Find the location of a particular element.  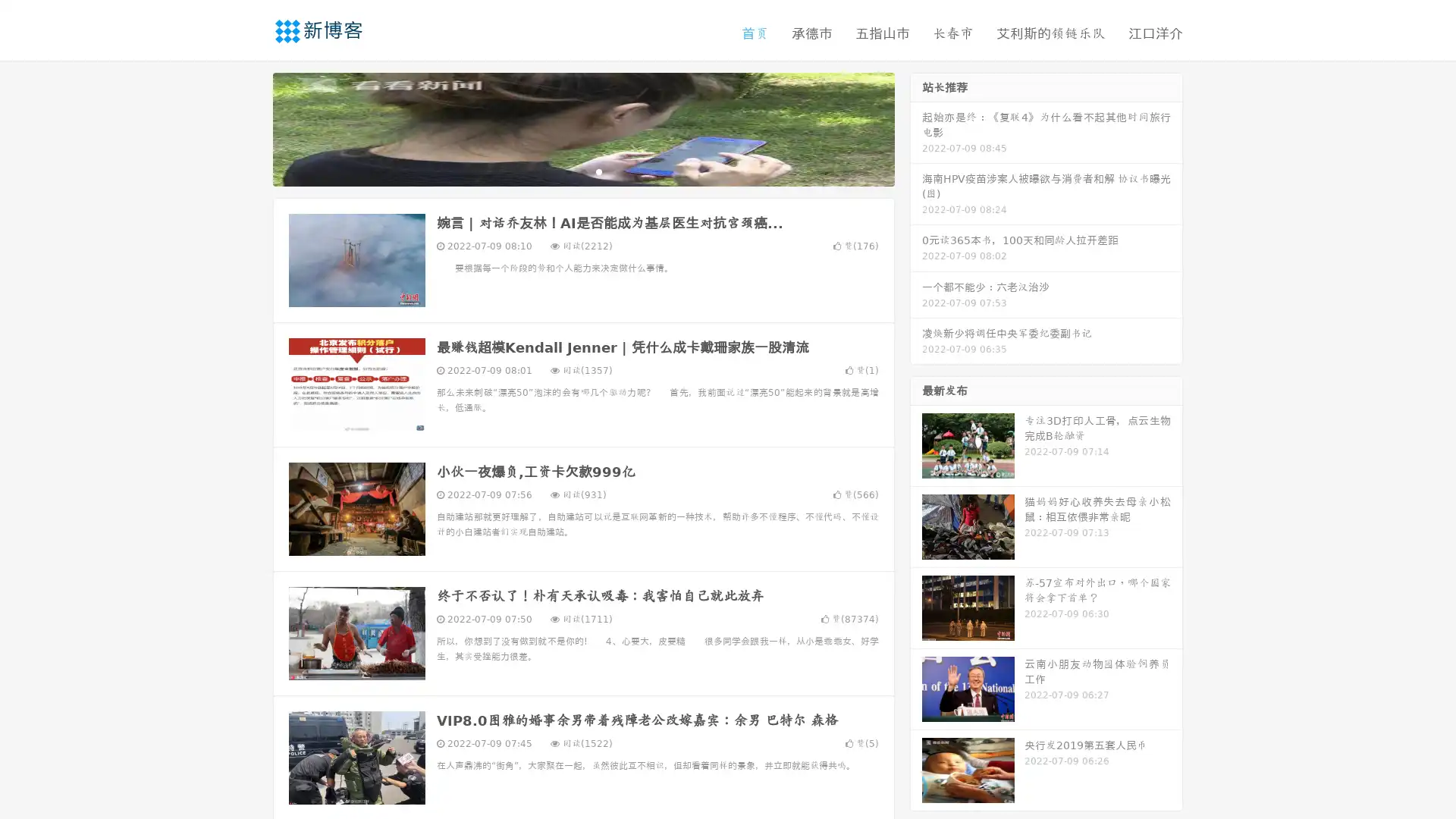

Go to slide 2 is located at coordinates (582, 171).